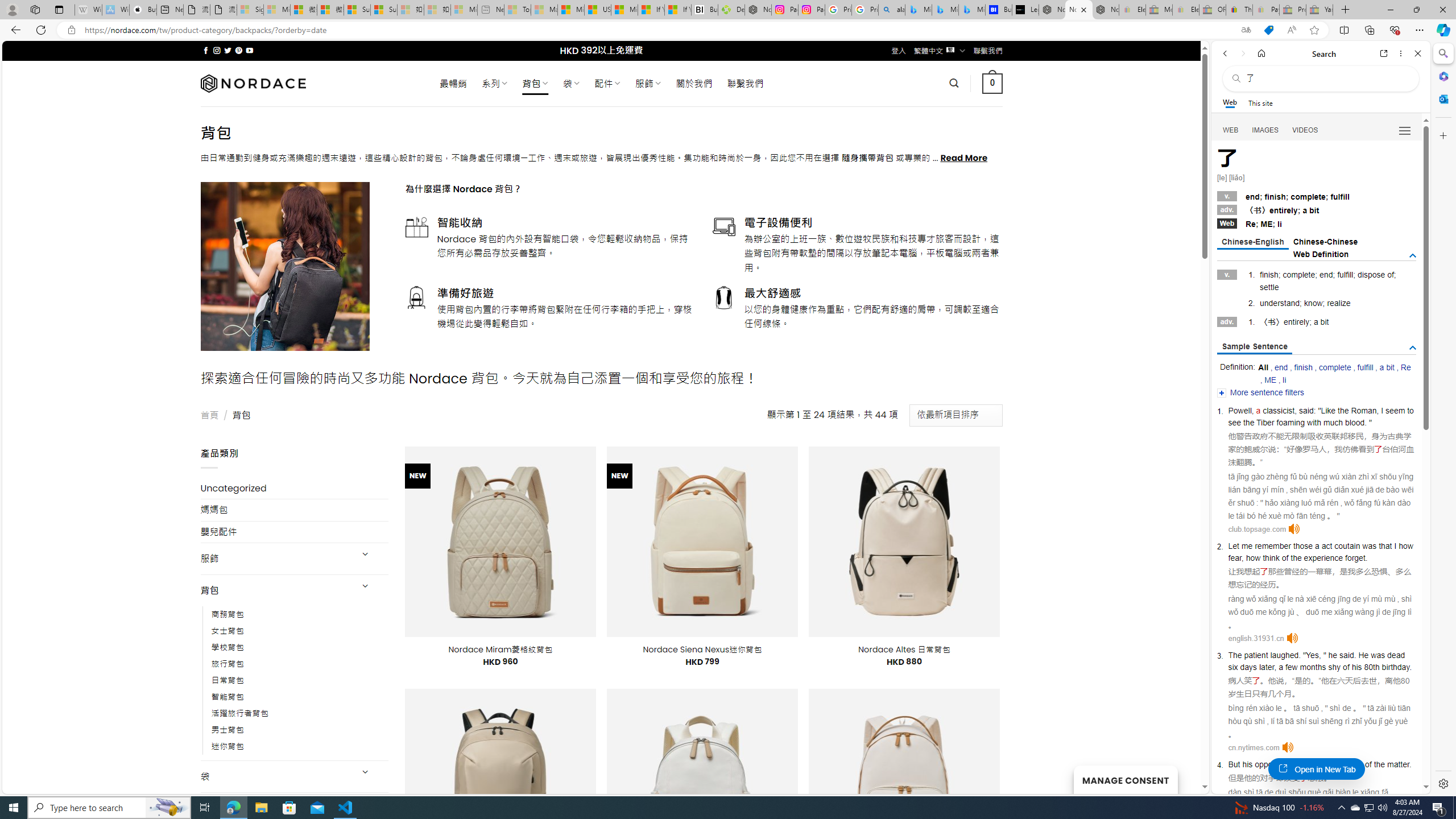  Describe the element at coordinates (1231, 130) in the screenshot. I see `'WEB'` at that location.